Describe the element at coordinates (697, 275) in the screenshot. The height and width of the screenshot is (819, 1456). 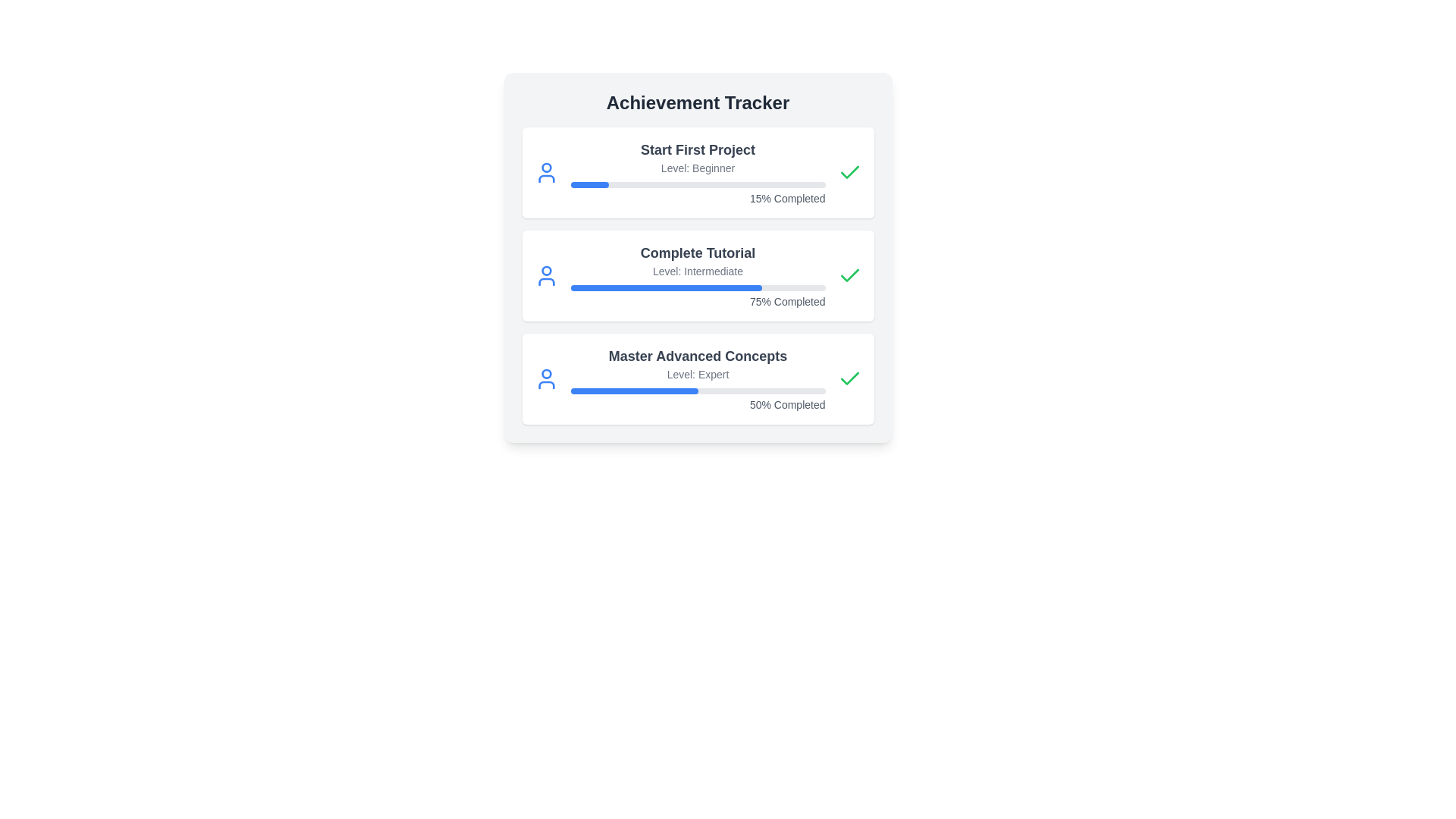
I see `the textual indicators of the Progress Indicator with Descriptive Labels, which provides feedback on progress for a tutorial activity within the 'Achievement Tracker' section` at that location.